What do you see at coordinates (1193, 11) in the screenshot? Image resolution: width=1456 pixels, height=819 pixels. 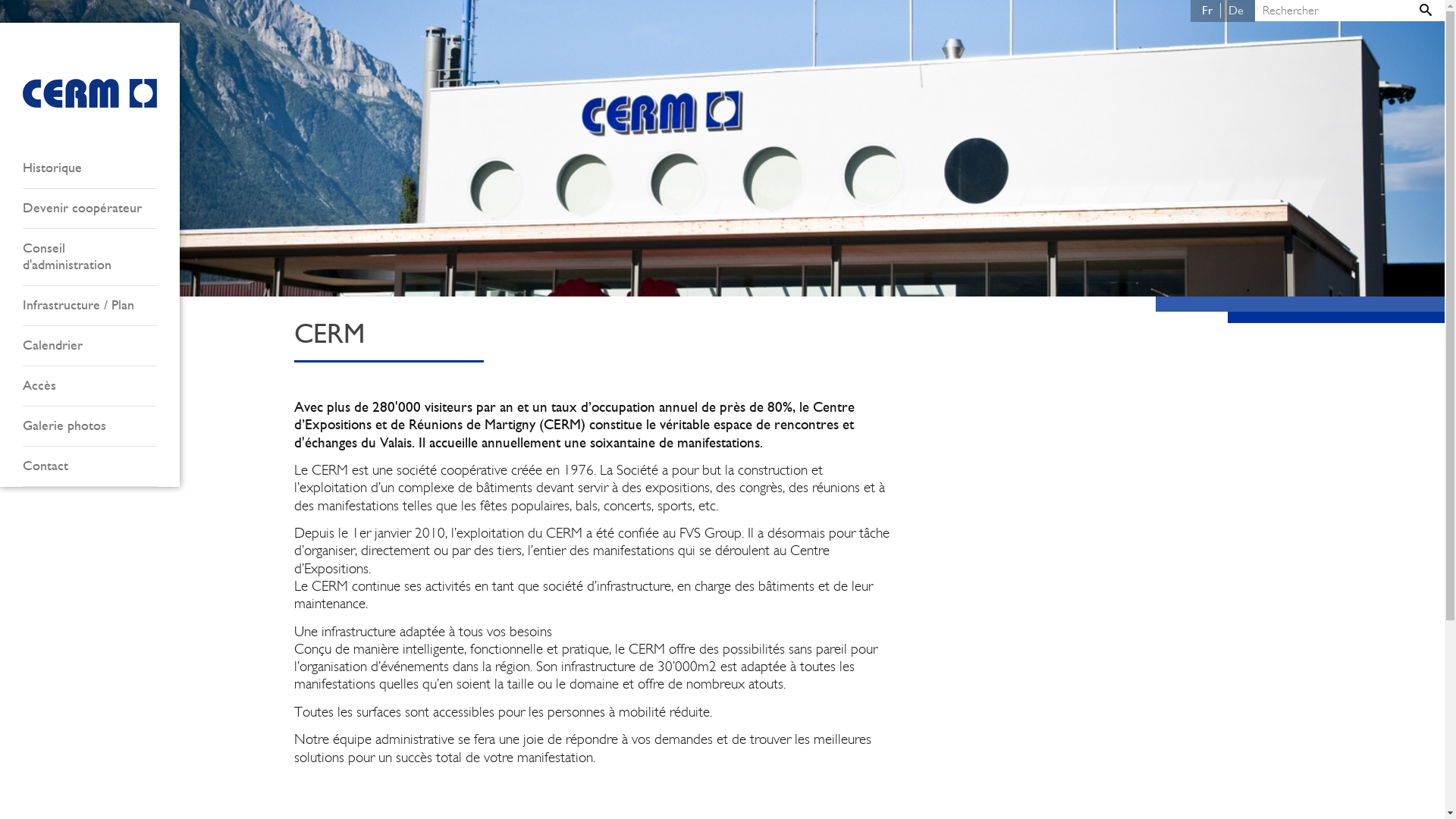 I see `'Fr'` at bounding box center [1193, 11].